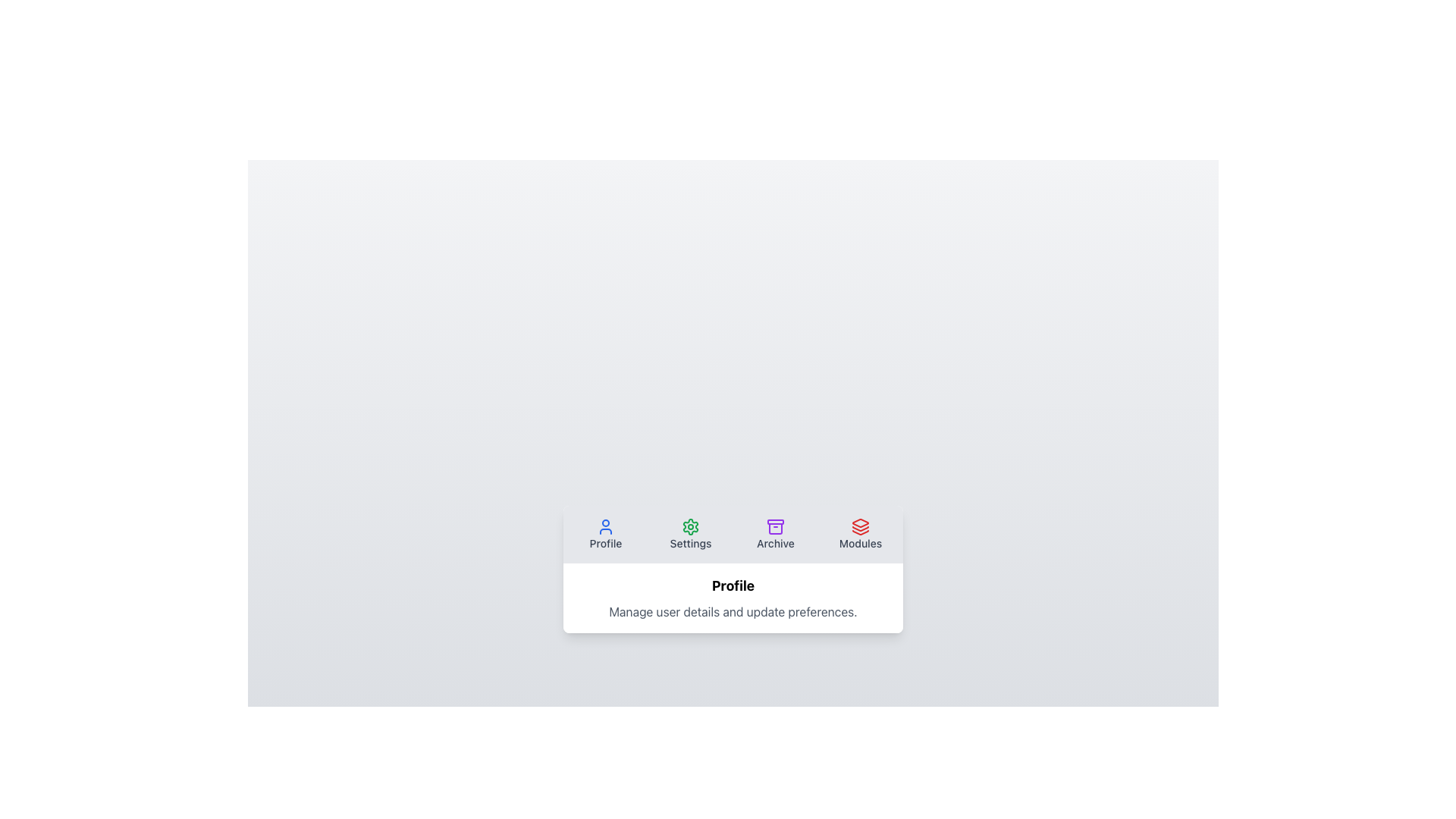 This screenshot has width=1456, height=819. Describe the element at coordinates (860, 534) in the screenshot. I see `the 'Modules' tab button, which is a rounded button with an icon resembling stacked layers, located in the top-right corner of the tab bar` at that location.